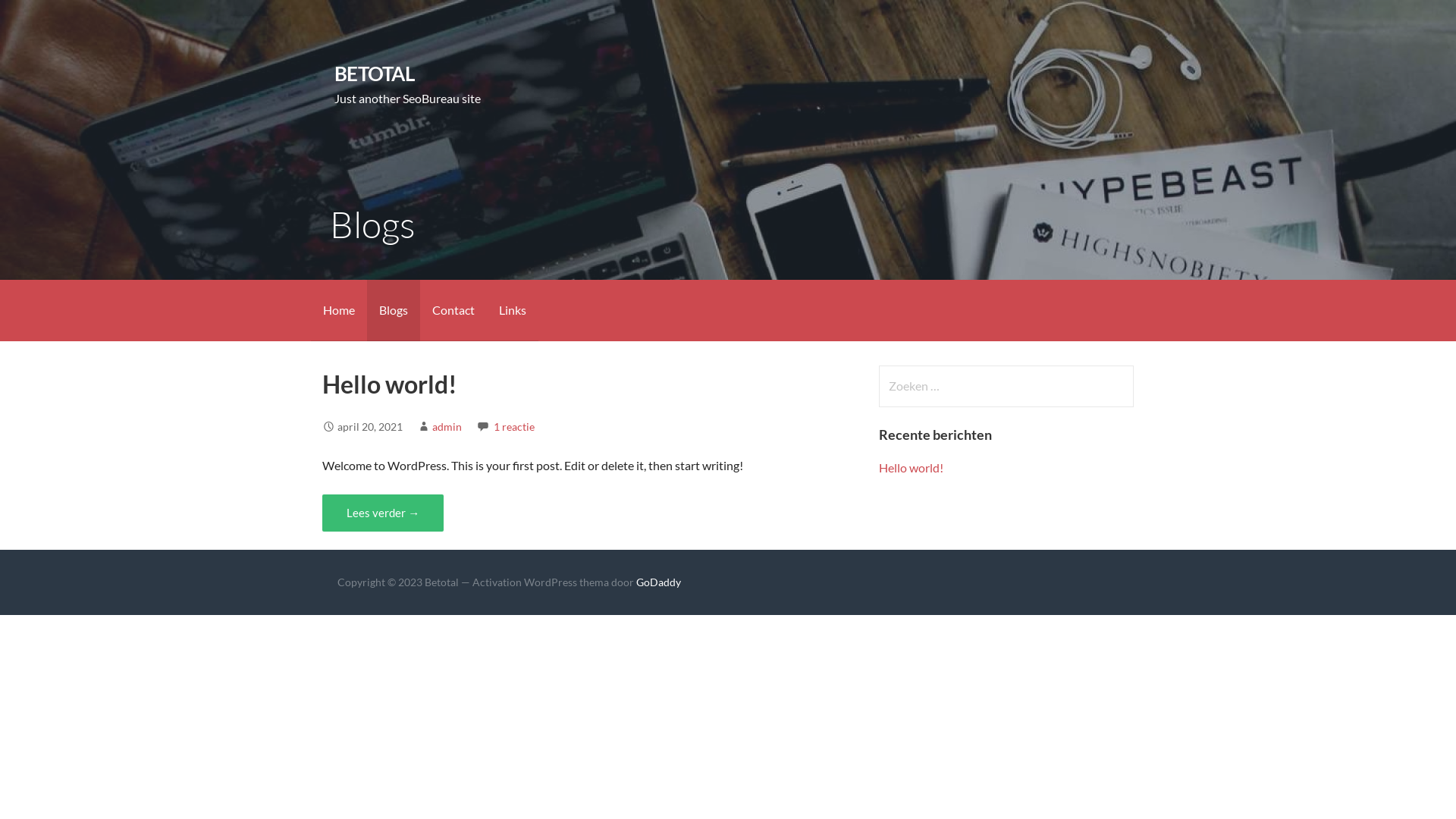  Describe the element at coordinates (446, 426) in the screenshot. I see `'admin'` at that location.